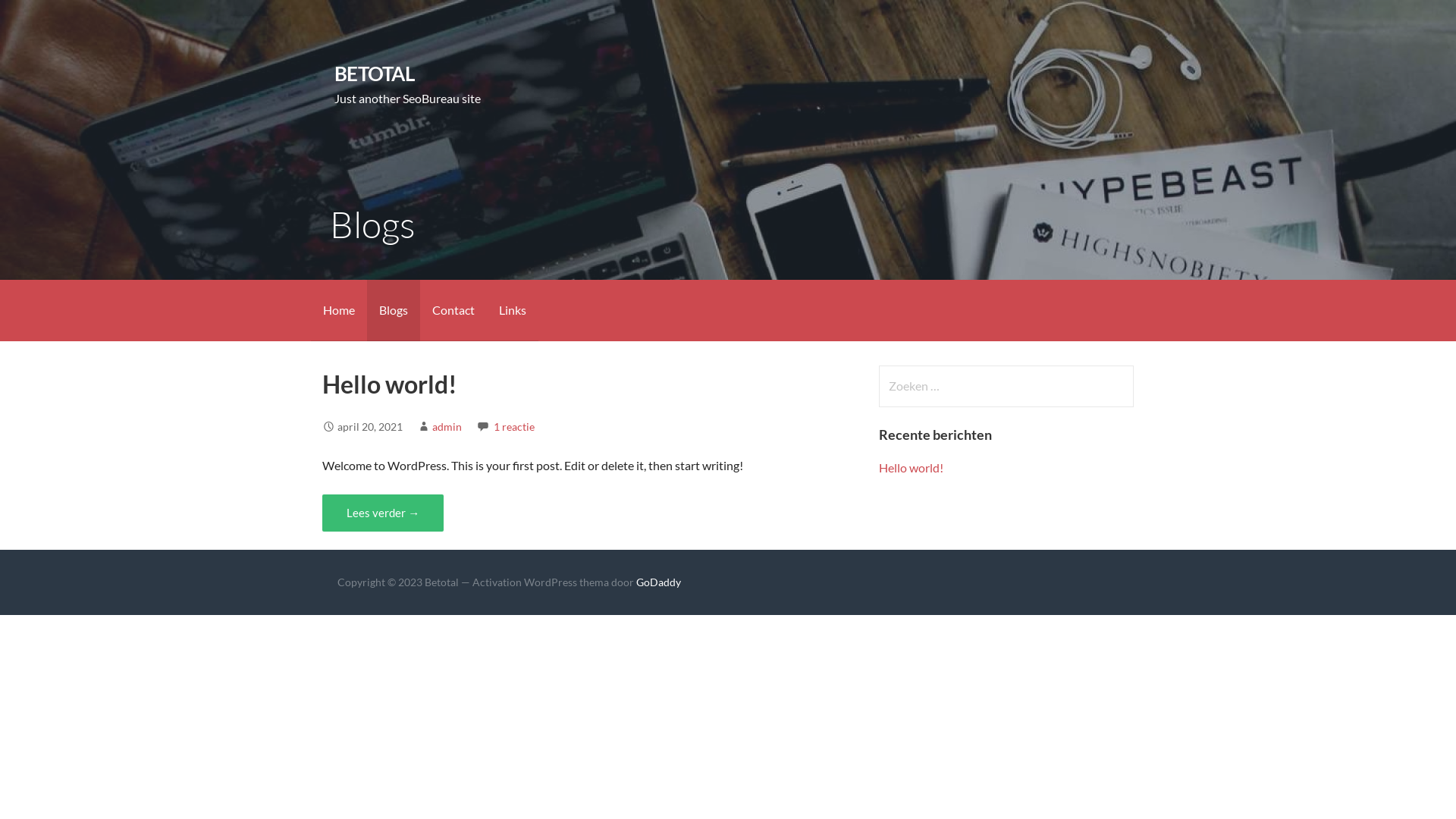  Describe the element at coordinates (446, 426) in the screenshot. I see `'admin'` at that location.